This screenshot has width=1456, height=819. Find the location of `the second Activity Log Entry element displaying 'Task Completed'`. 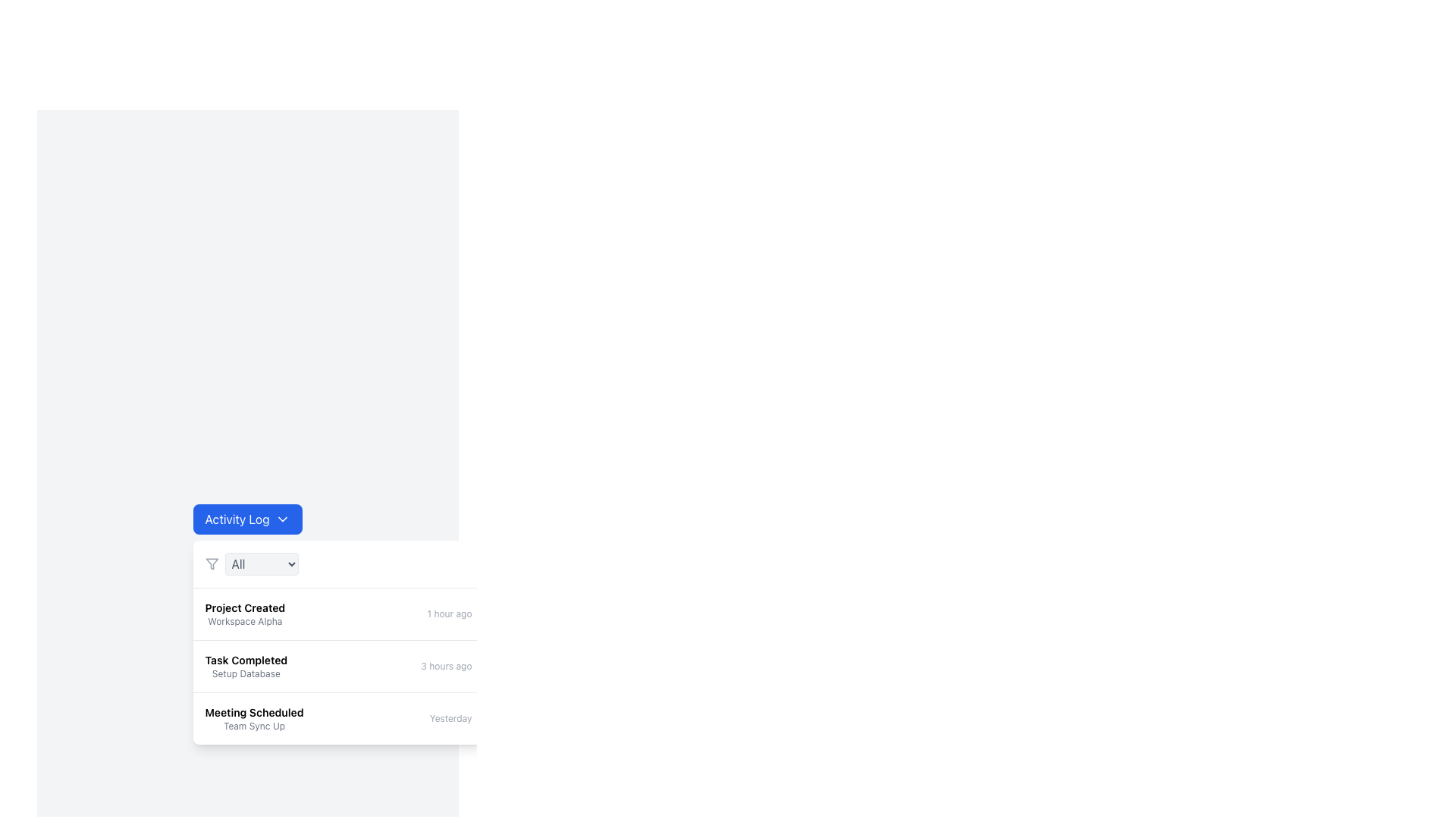

the second Activity Log Entry element displaying 'Task Completed' is located at coordinates (337, 666).